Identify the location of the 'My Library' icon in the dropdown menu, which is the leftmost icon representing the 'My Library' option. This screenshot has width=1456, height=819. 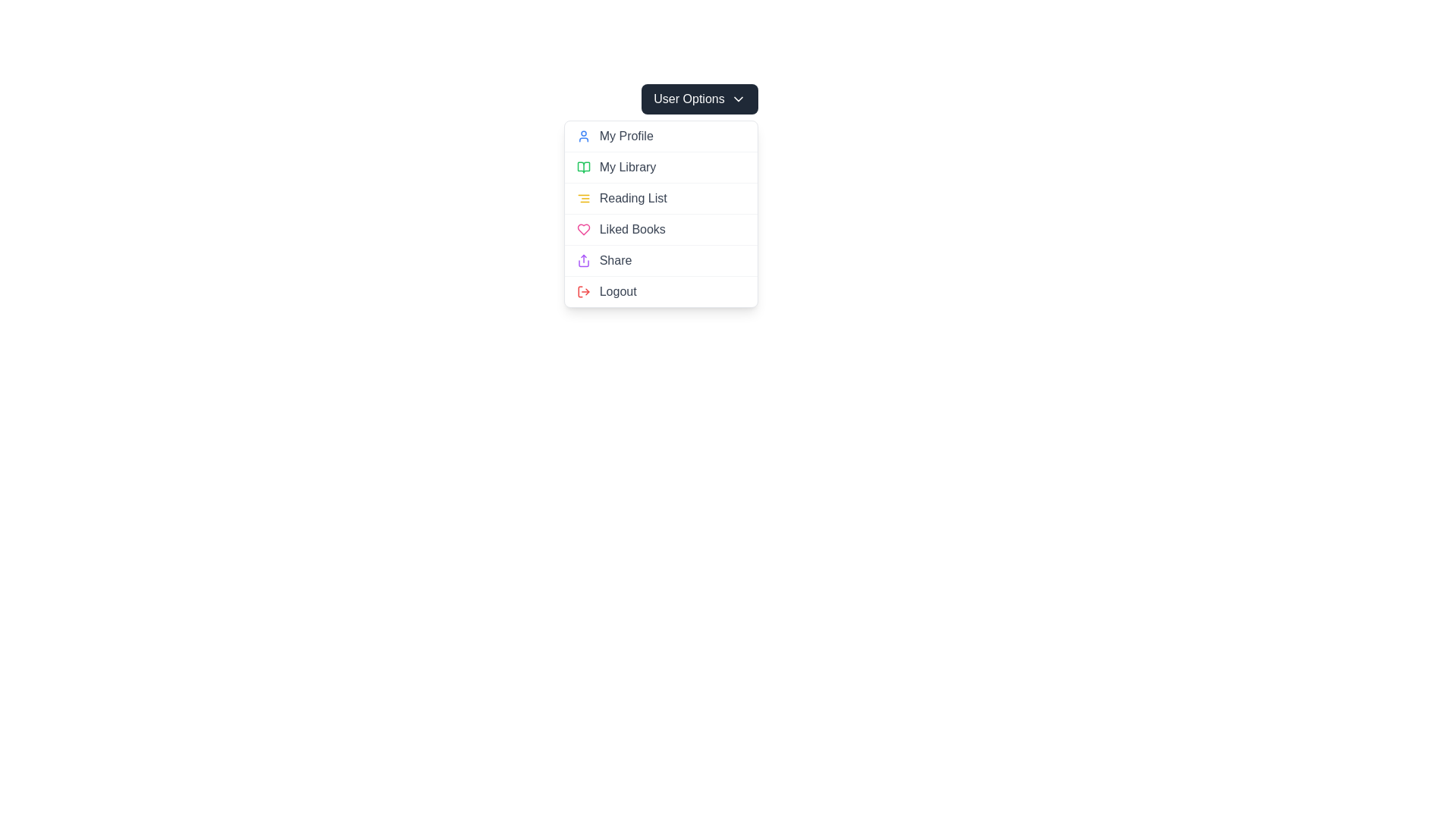
(582, 167).